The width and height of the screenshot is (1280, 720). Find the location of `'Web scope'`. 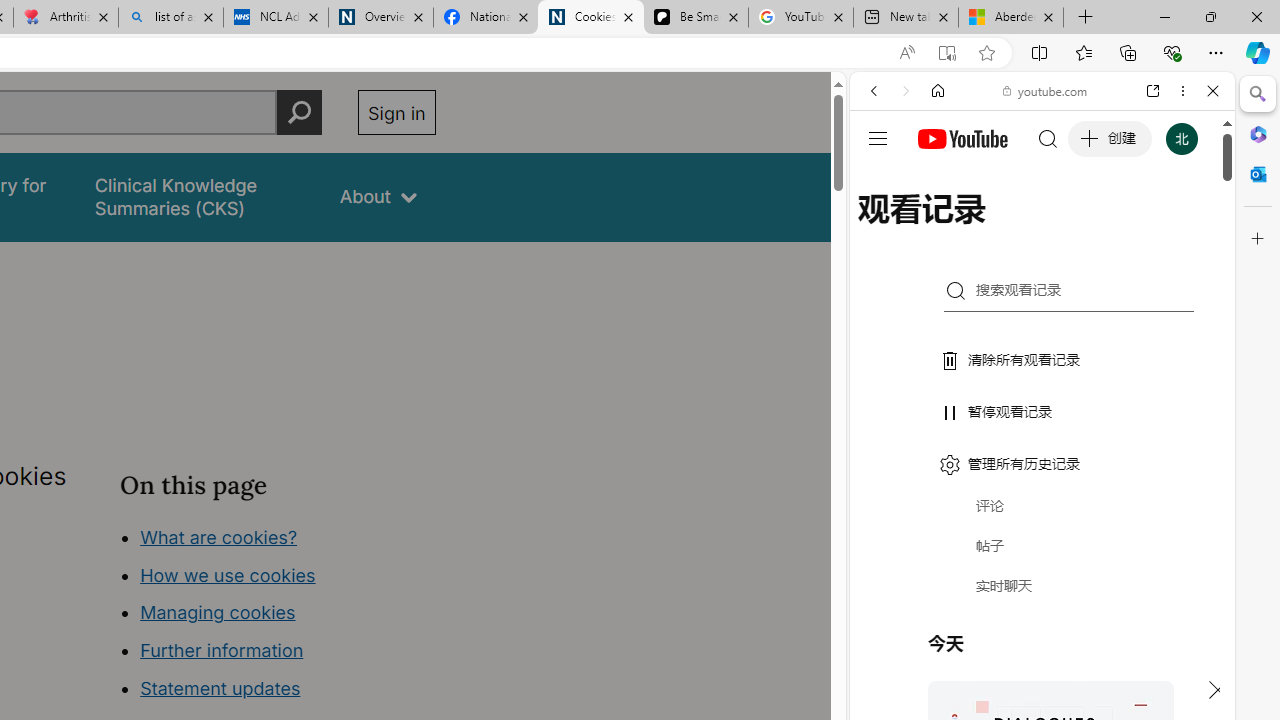

'Web scope' is located at coordinates (881, 180).